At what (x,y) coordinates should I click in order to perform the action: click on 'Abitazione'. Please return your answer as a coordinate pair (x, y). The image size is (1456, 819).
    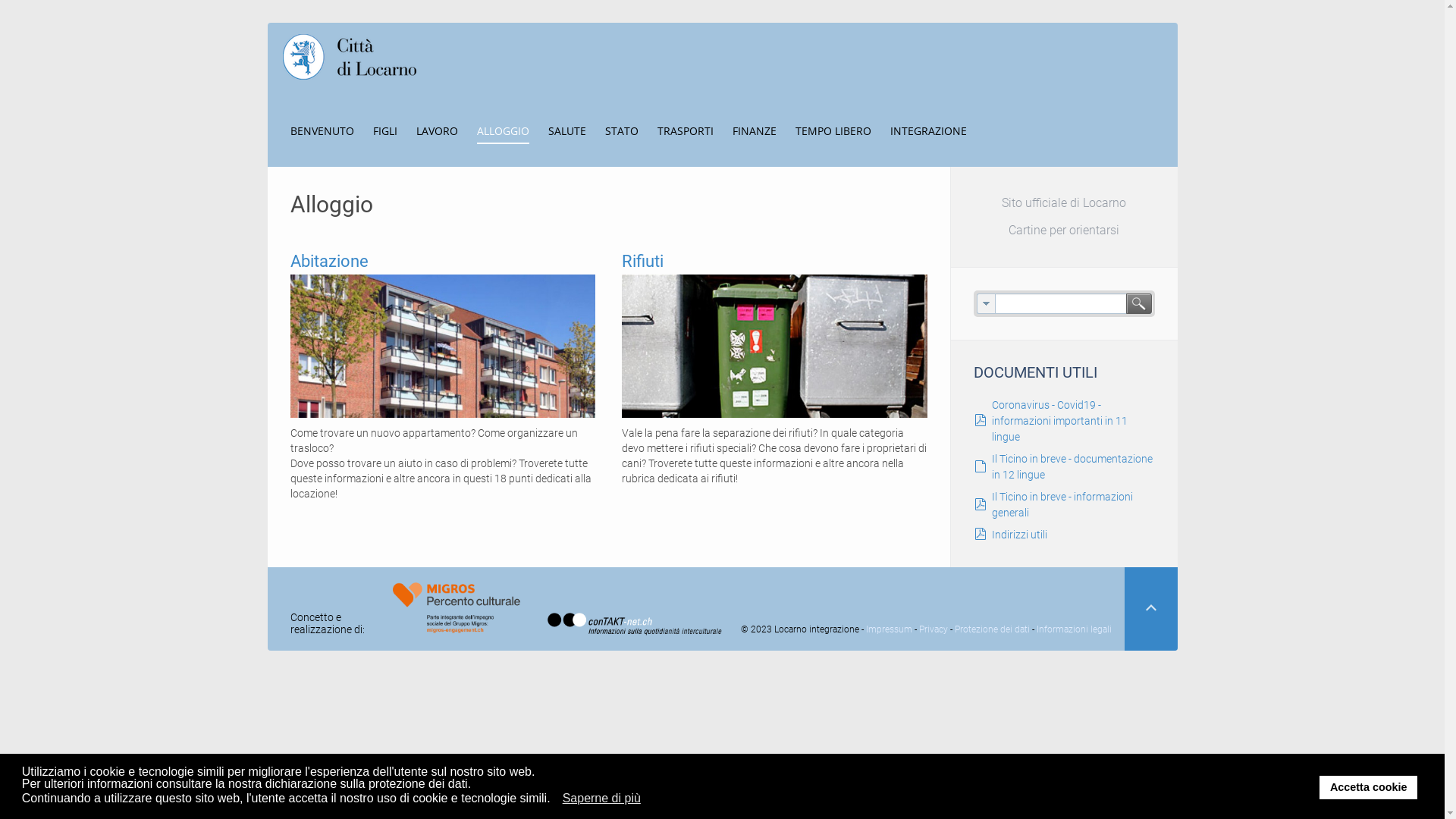
    Looking at the image, I should click on (290, 260).